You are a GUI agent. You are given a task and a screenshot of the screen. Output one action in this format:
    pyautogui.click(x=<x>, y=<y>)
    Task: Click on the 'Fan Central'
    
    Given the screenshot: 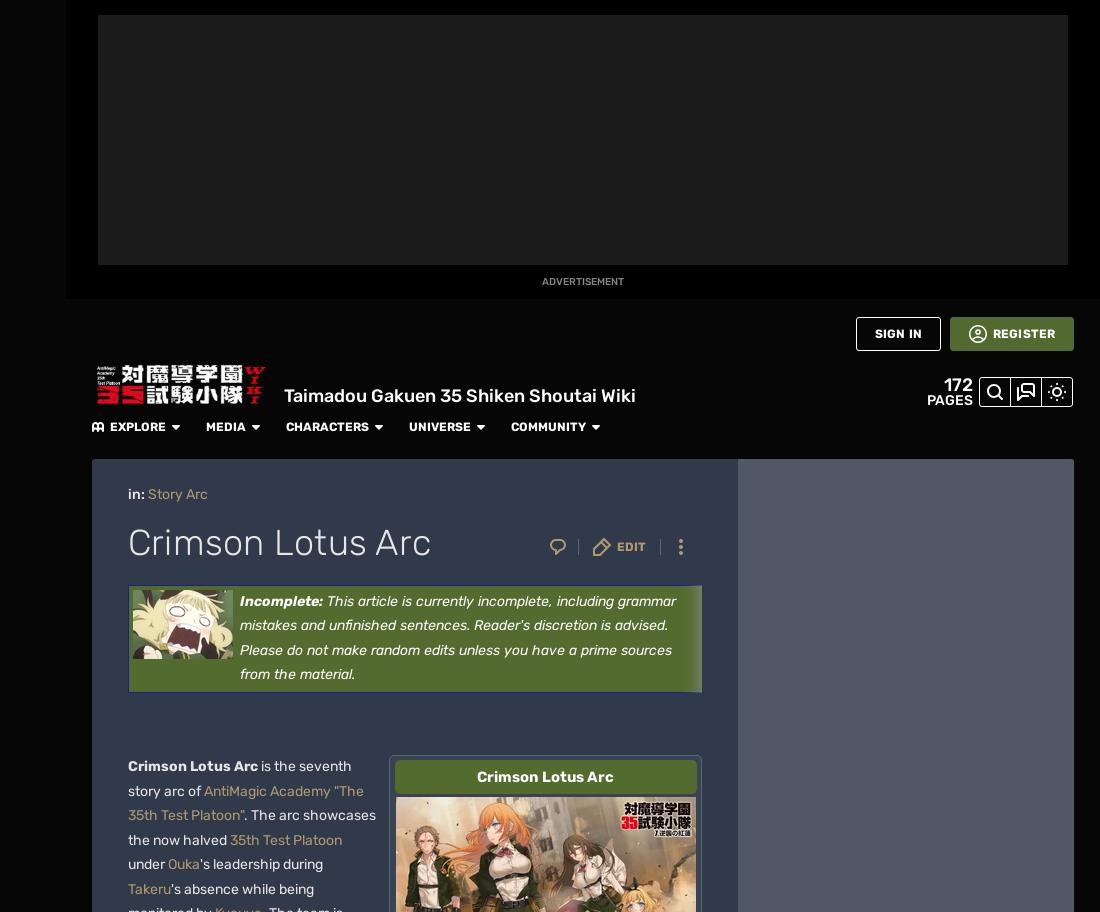 What is the action you would take?
    pyautogui.click(x=32, y=190)
    